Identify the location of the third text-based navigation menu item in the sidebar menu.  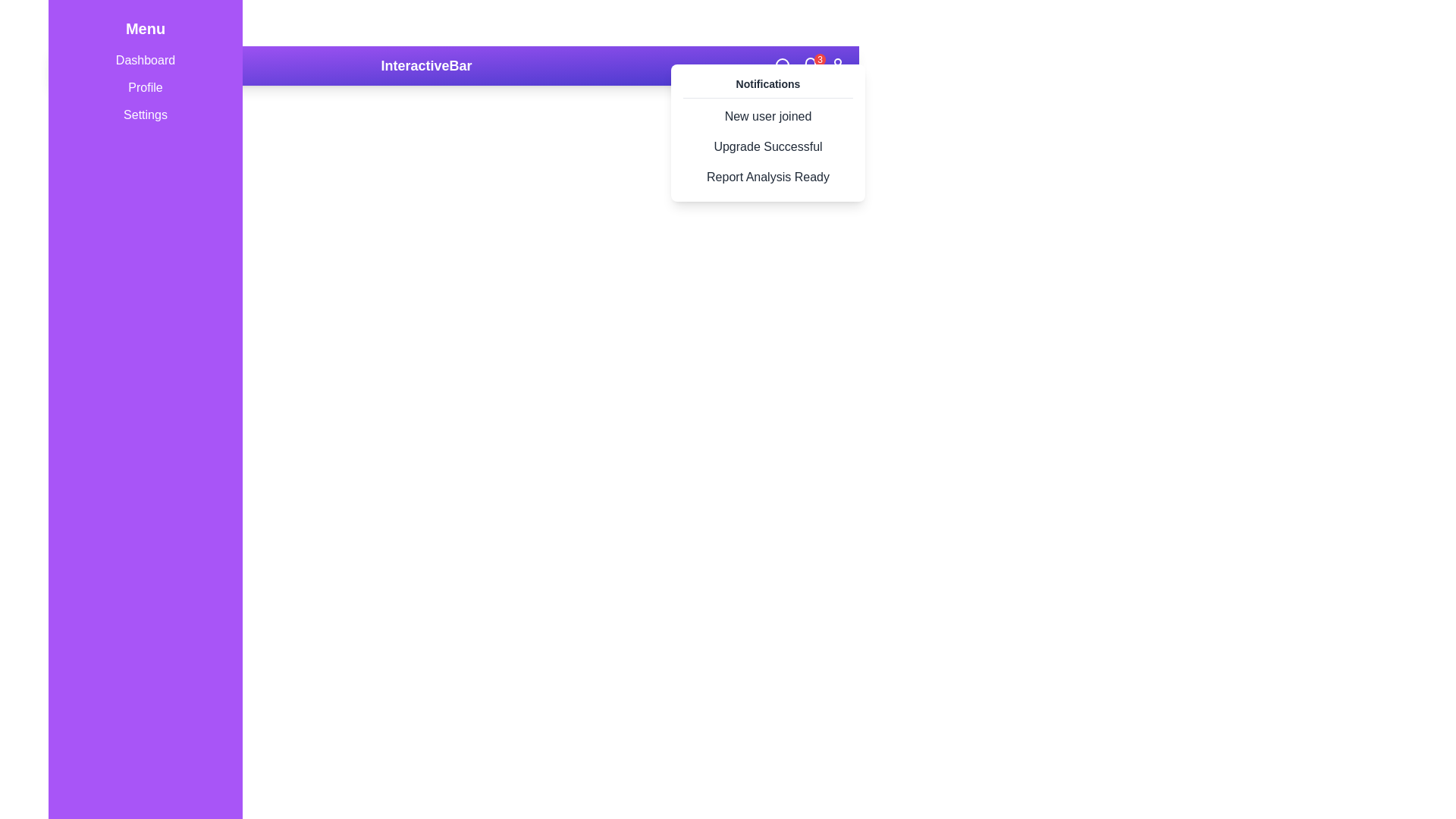
(146, 114).